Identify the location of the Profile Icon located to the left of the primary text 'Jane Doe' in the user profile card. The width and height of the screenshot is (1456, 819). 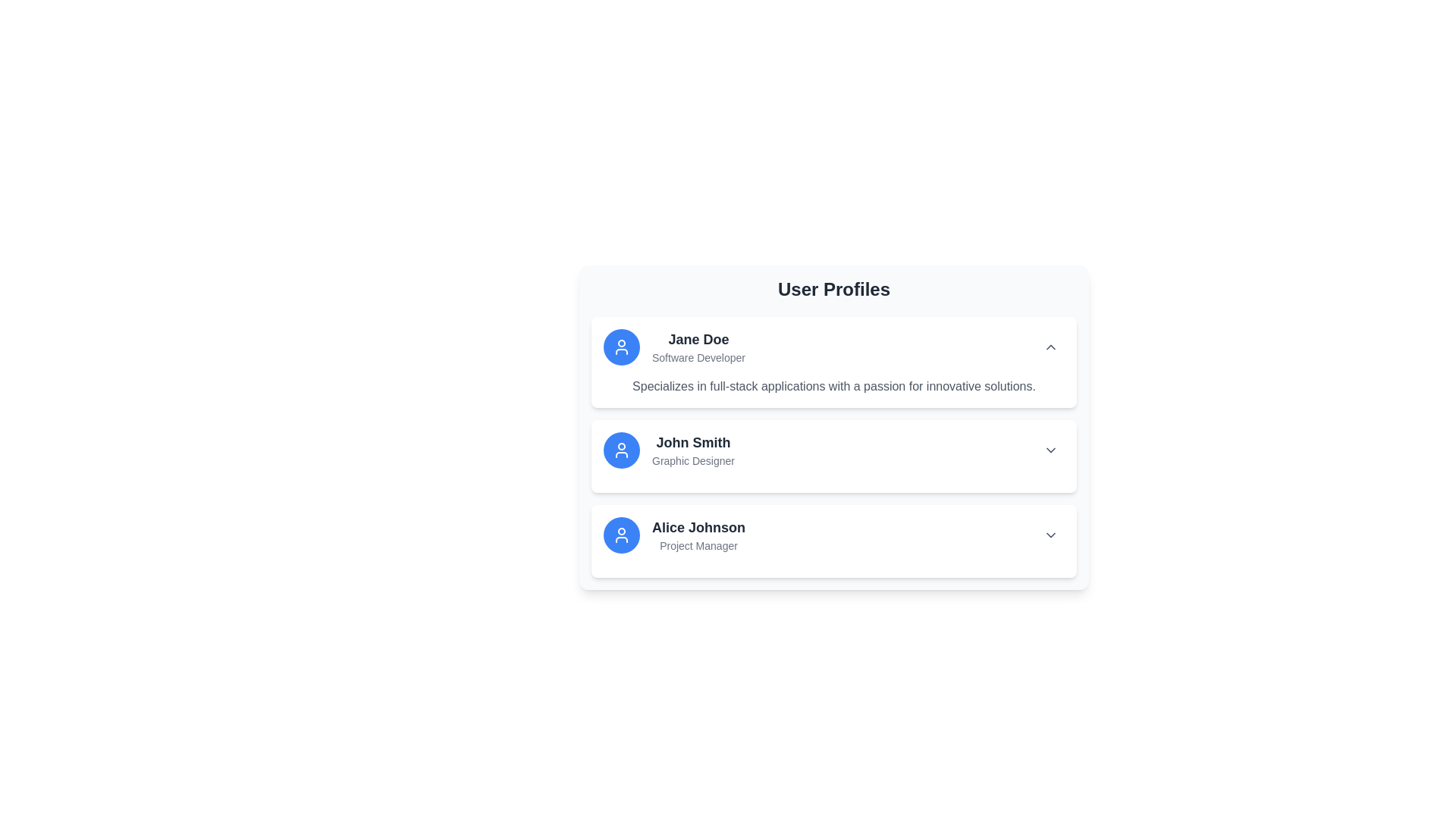
(622, 534).